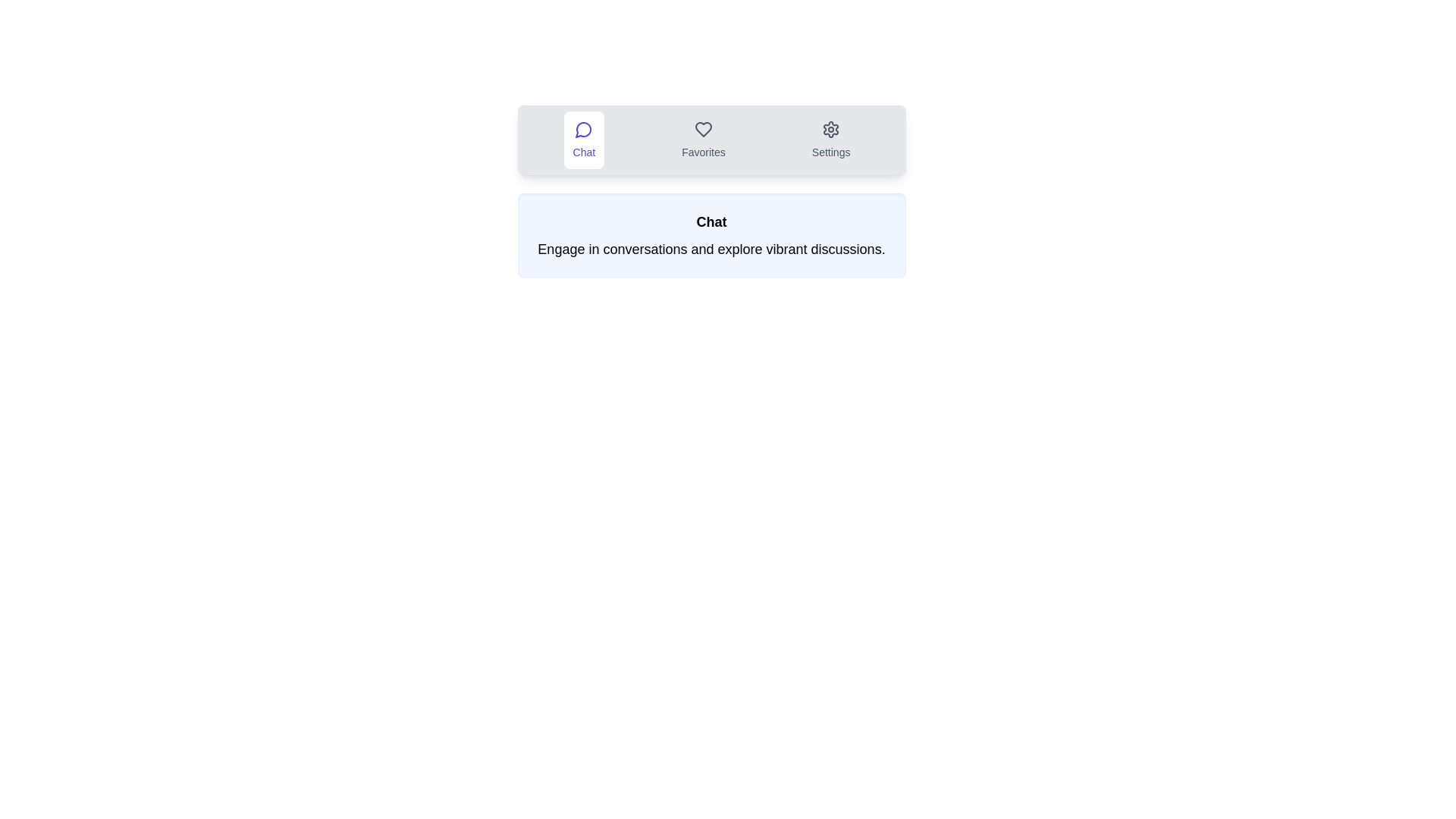 The image size is (1456, 819). Describe the element at coordinates (702, 140) in the screenshot. I see `the Favorites tab by clicking on its button` at that location.